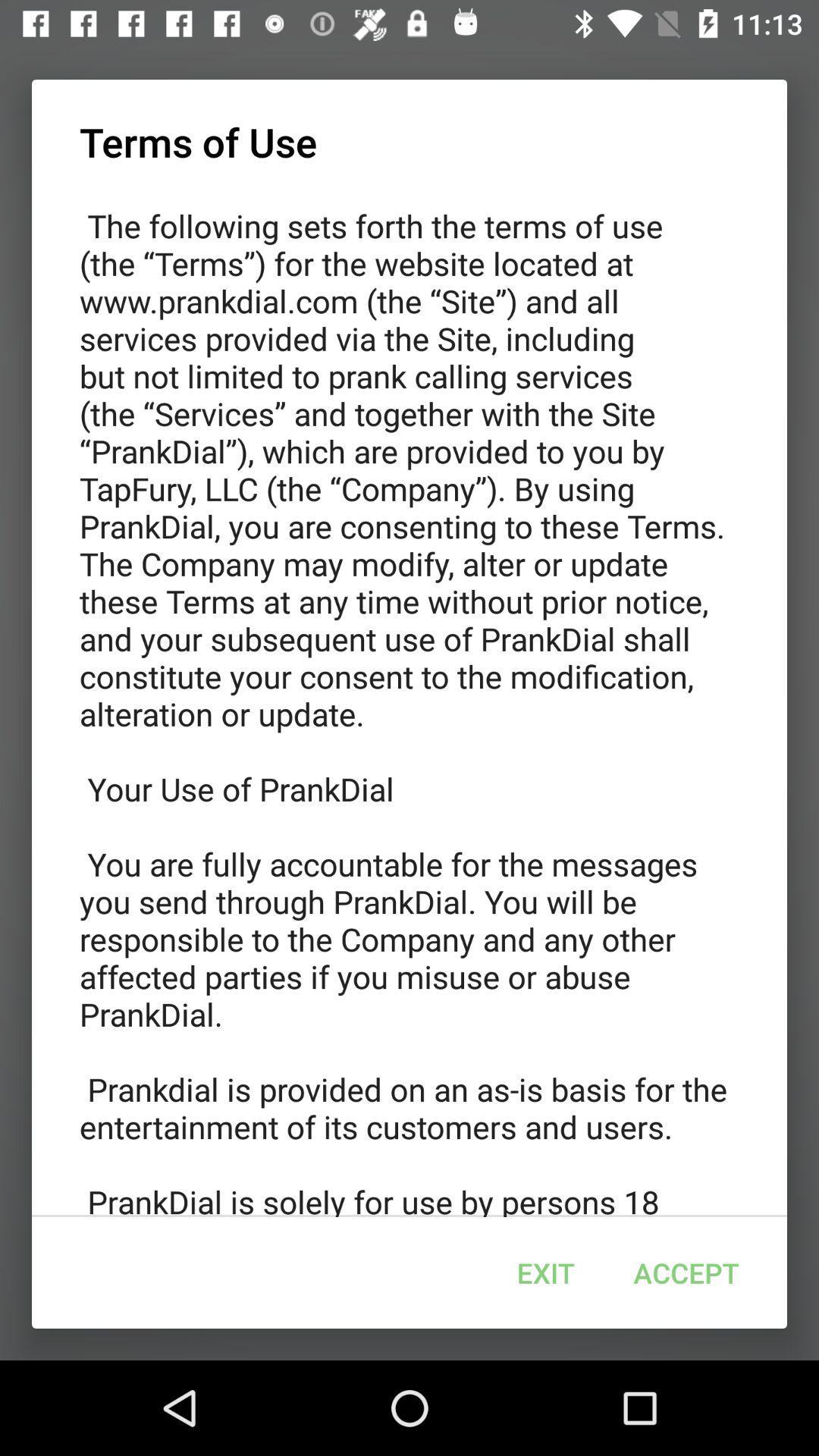 The image size is (819, 1456). Describe the element at coordinates (546, 1272) in the screenshot. I see `the item next to the accept item` at that location.